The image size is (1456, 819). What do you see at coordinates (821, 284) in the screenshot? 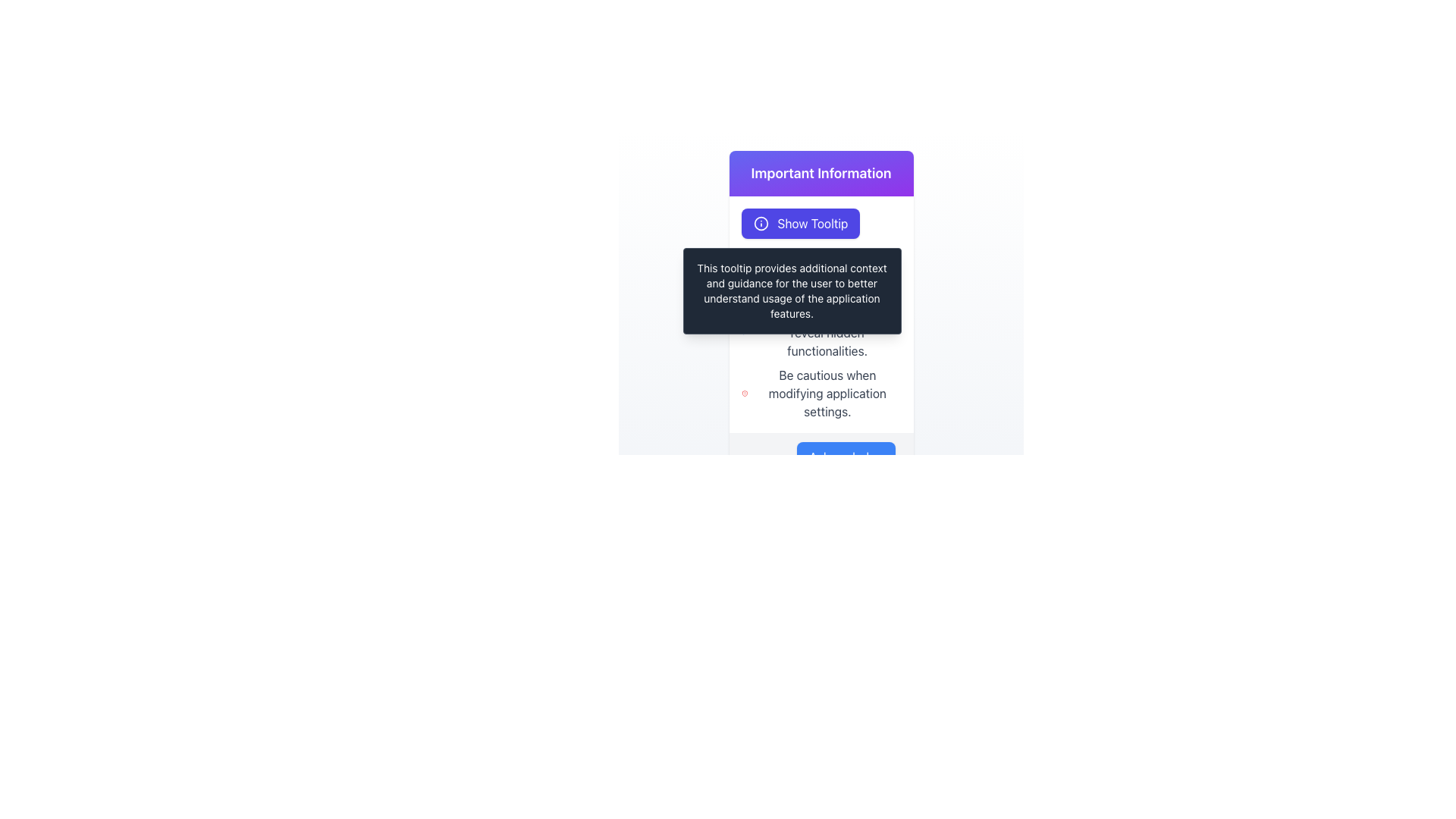
I see `the Informational Tooltip with a black background and white text, which is located in the center of a white card layout` at bounding box center [821, 284].